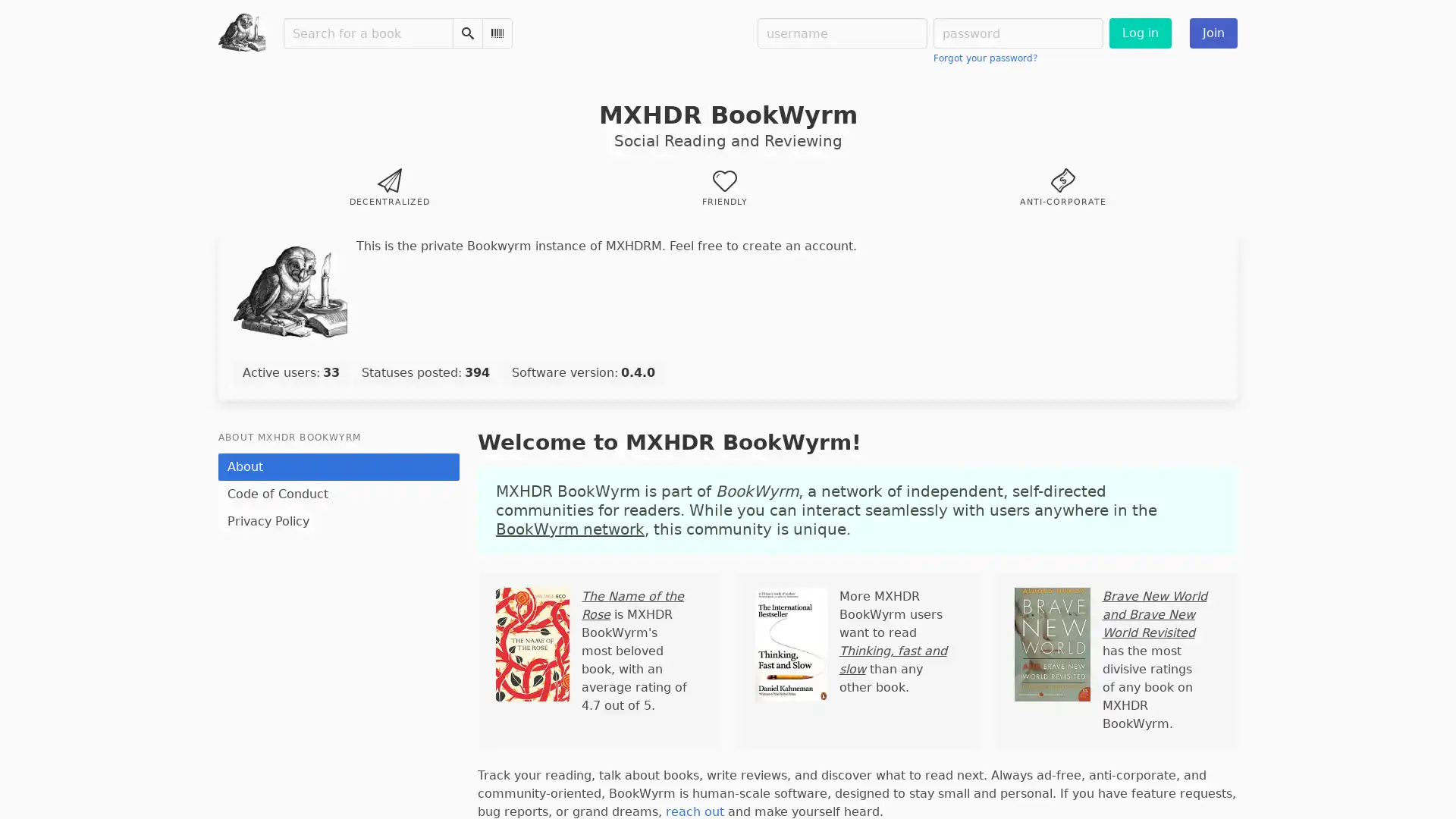 The height and width of the screenshot is (819, 1456). What do you see at coordinates (1140, 33) in the screenshot?
I see `Log in` at bounding box center [1140, 33].